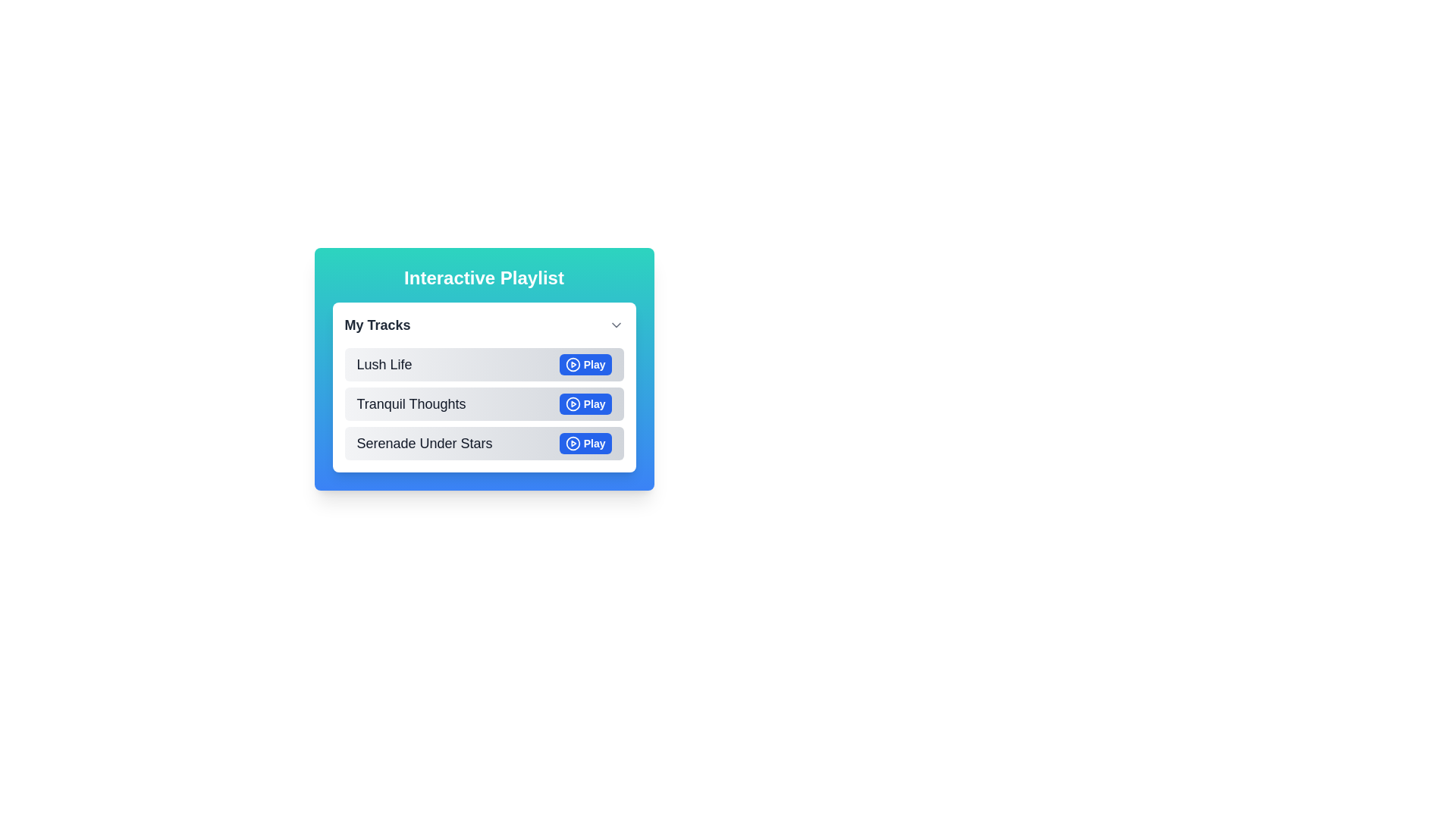 The width and height of the screenshot is (1456, 819). Describe the element at coordinates (572, 444) in the screenshot. I see `the appearance of the play icon, which is a circular SVG with a triangular play symbol inside, located within the 'Play' button next to the track title 'Serenade Under Stars'` at that location.